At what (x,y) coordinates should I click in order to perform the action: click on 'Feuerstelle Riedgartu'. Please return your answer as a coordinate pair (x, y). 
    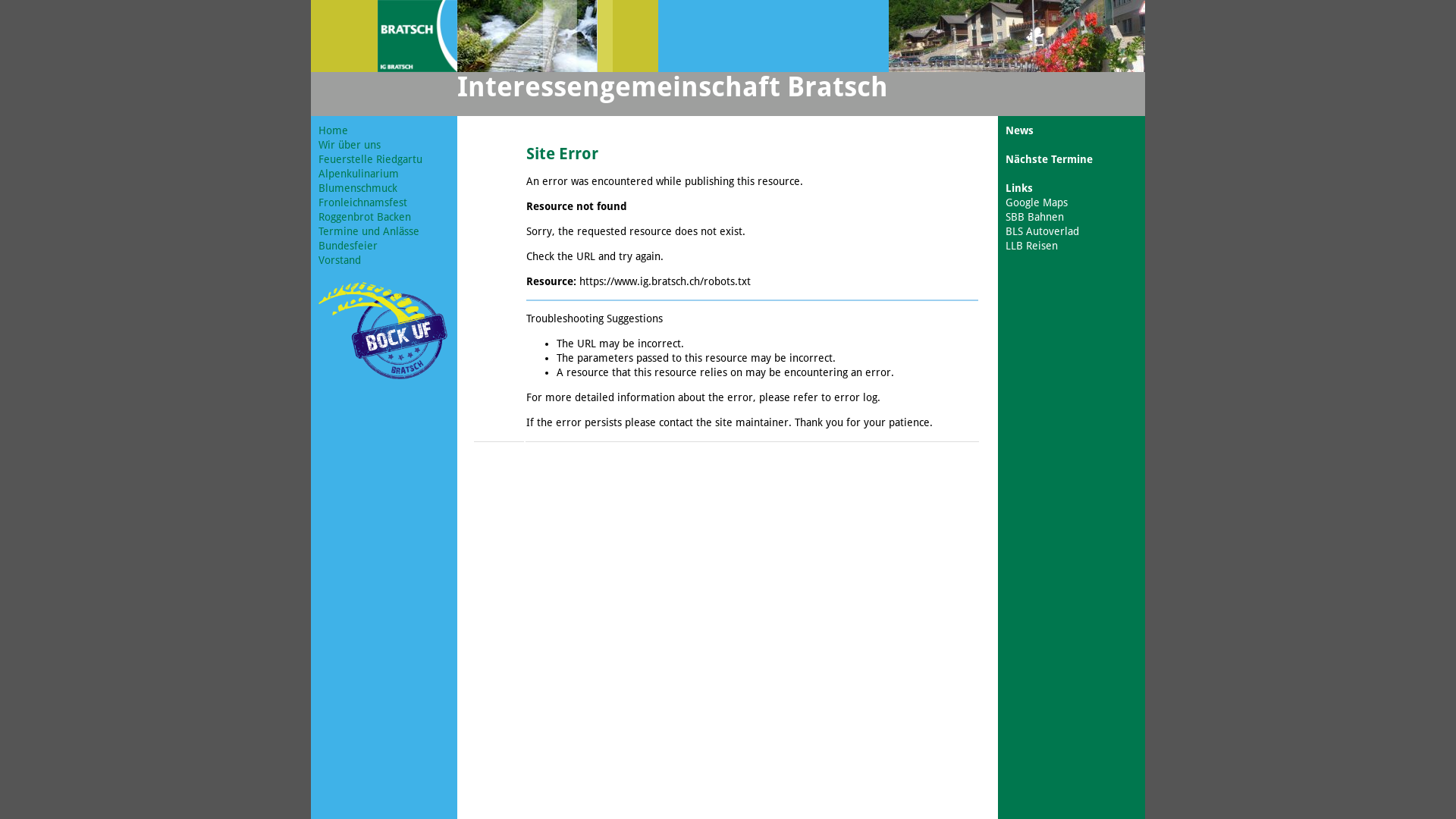
    Looking at the image, I should click on (370, 158).